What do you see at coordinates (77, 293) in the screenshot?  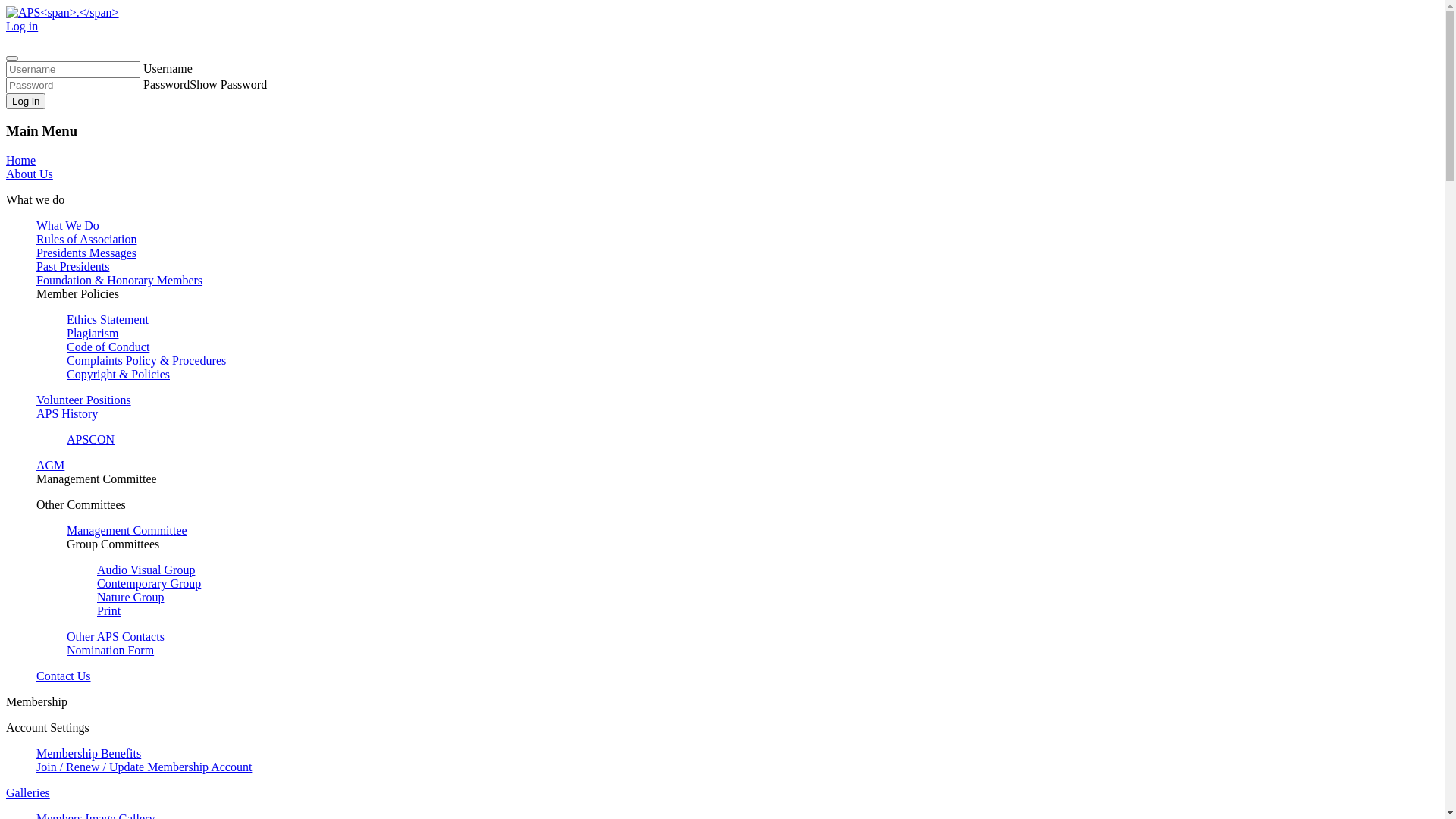 I see `'Member Policies'` at bounding box center [77, 293].